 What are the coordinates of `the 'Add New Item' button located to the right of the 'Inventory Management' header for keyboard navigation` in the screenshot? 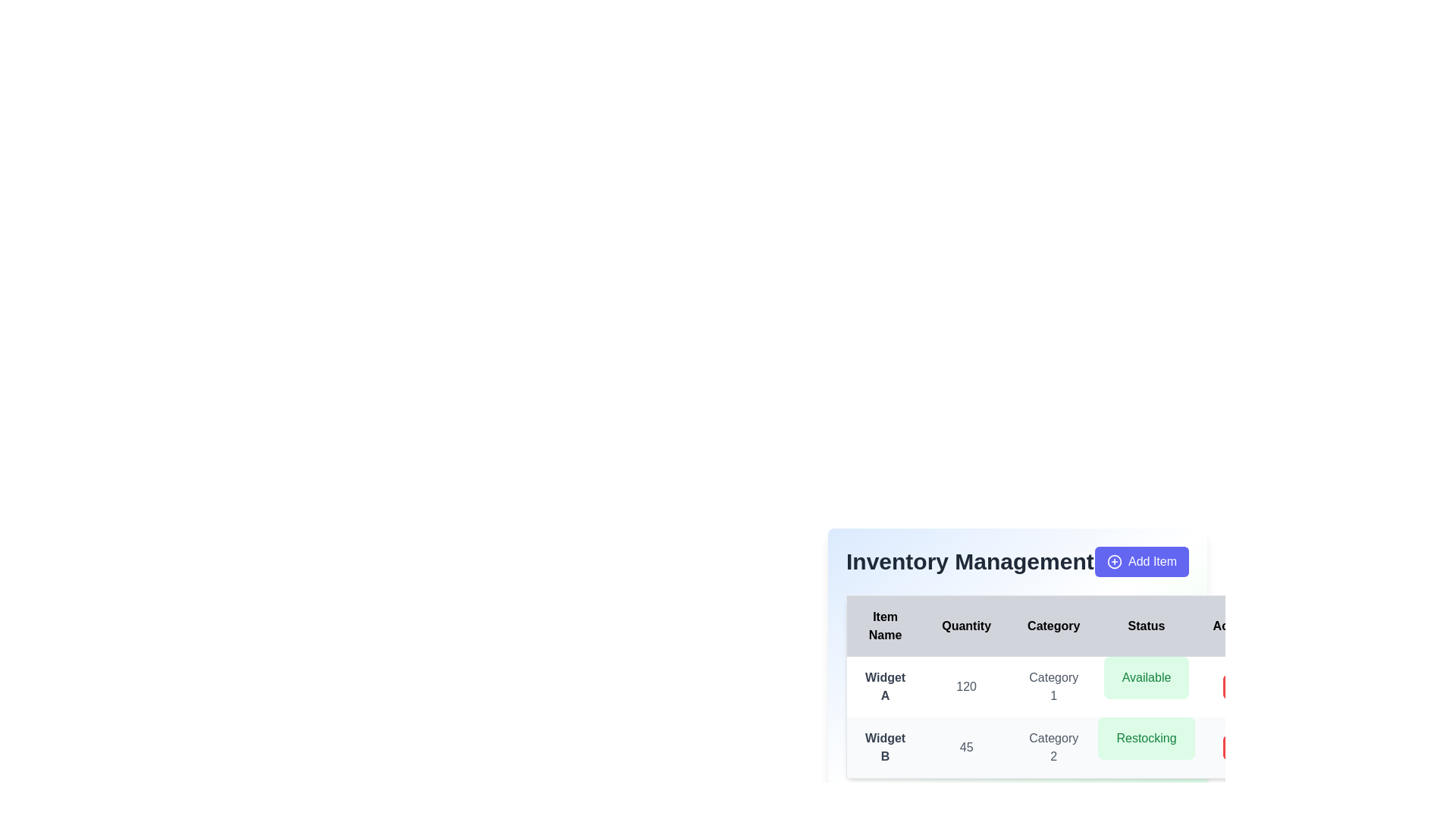 It's located at (1142, 561).